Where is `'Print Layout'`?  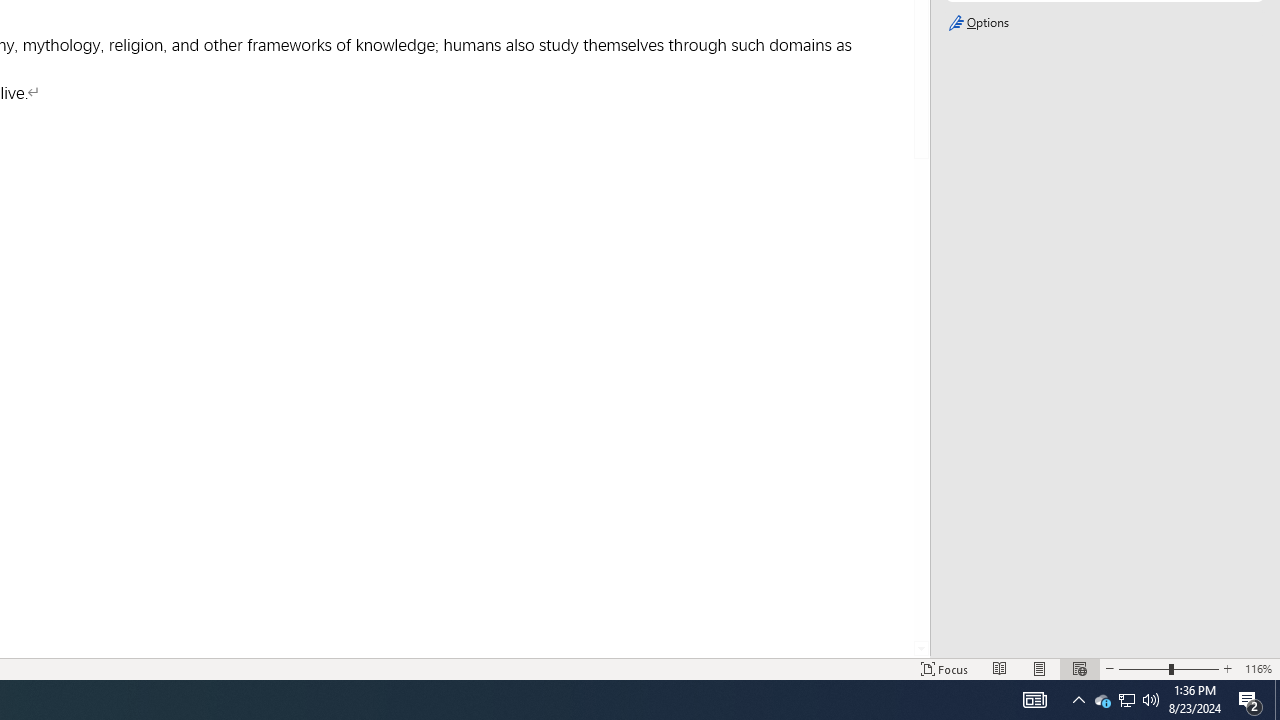
'Print Layout' is located at coordinates (1040, 669).